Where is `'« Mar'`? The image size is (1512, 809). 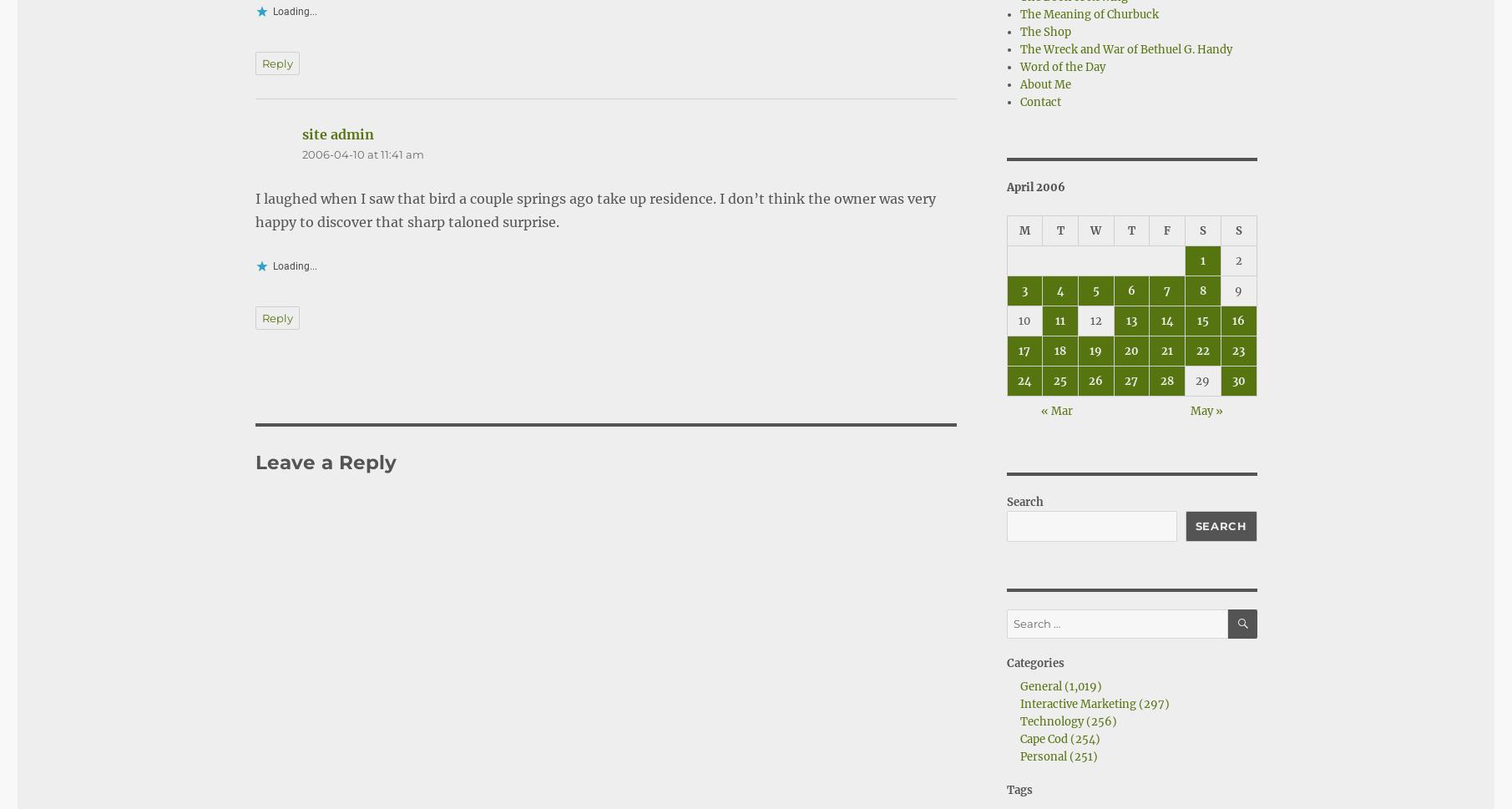
'« Mar' is located at coordinates (1039, 409).